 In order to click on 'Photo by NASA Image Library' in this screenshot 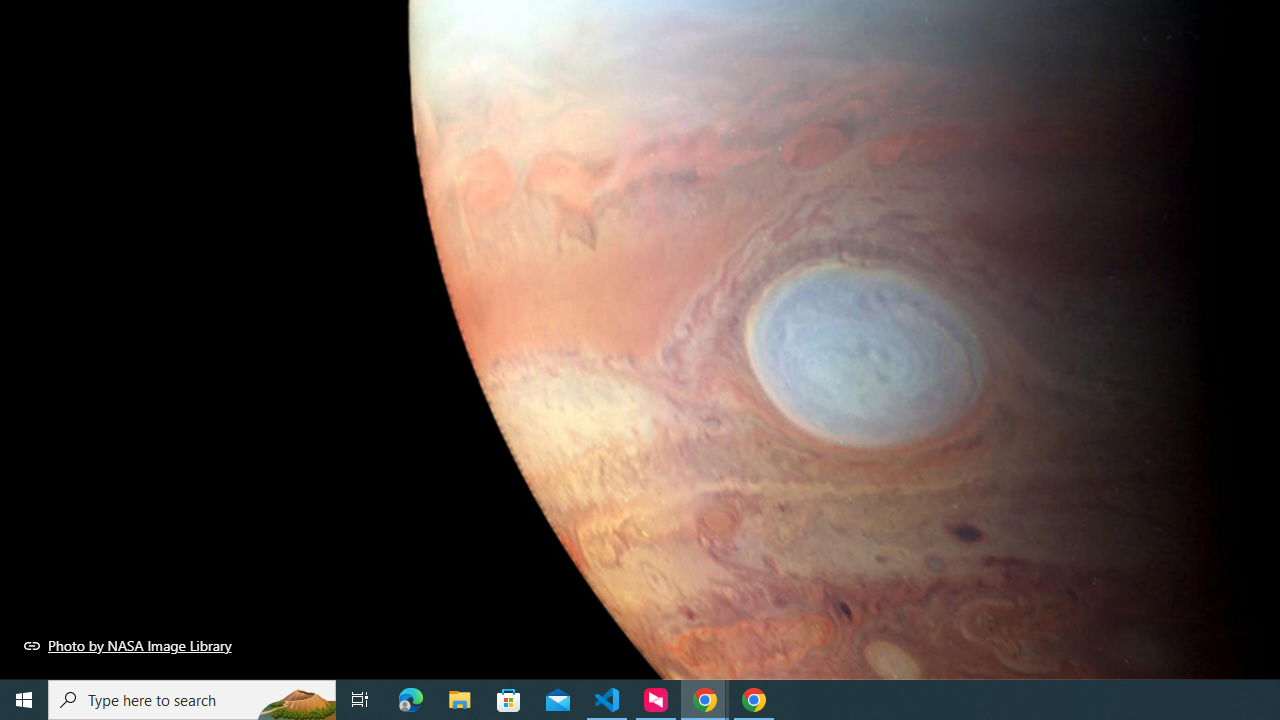, I will do `click(127, 645)`.